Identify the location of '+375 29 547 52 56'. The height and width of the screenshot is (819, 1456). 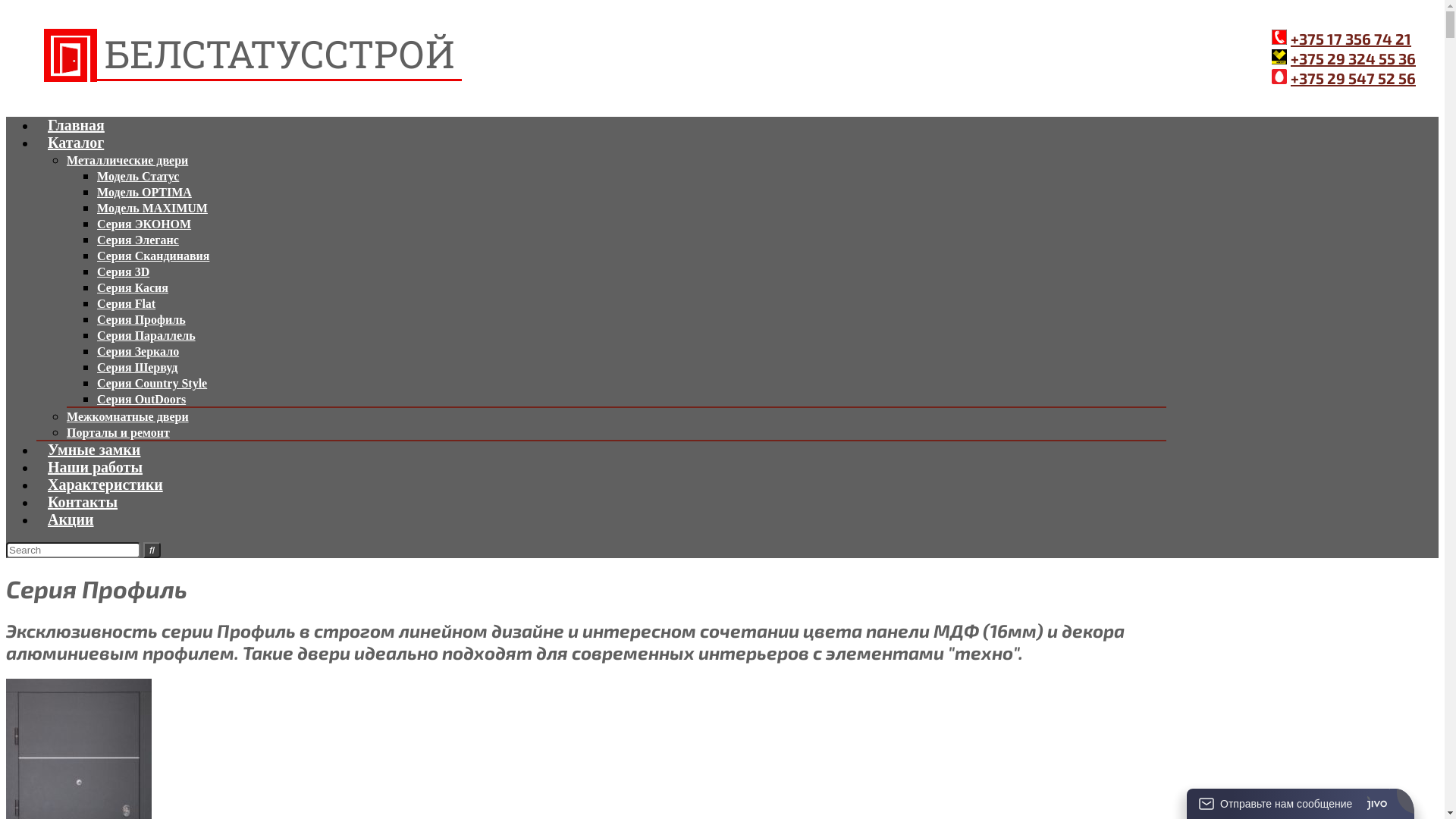
(1353, 78).